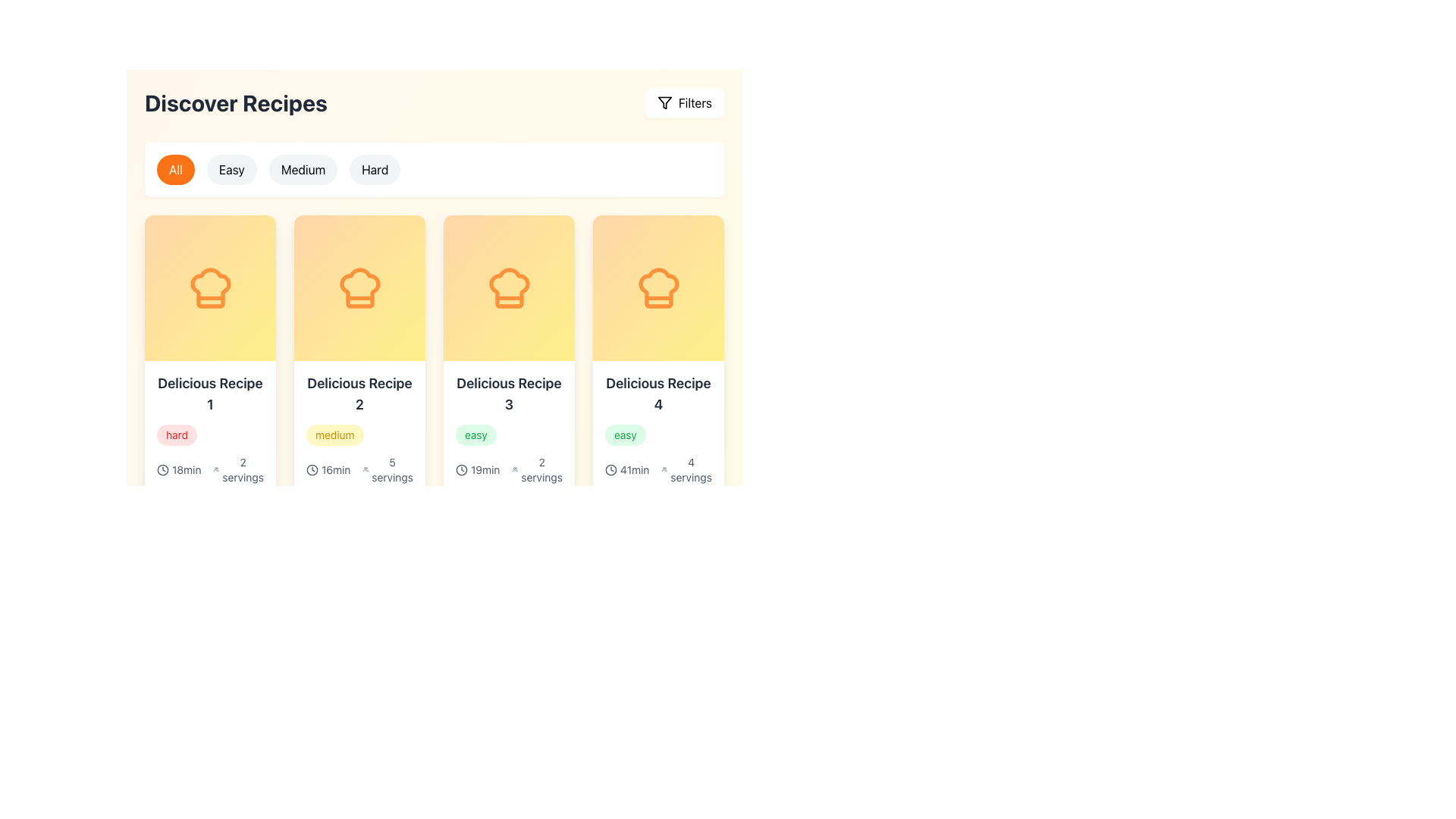  What do you see at coordinates (433, 169) in the screenshot?
I see `the 'All' button in the filter menu located below the 'Discover Recipes' title` at bounding box center [433, 169].